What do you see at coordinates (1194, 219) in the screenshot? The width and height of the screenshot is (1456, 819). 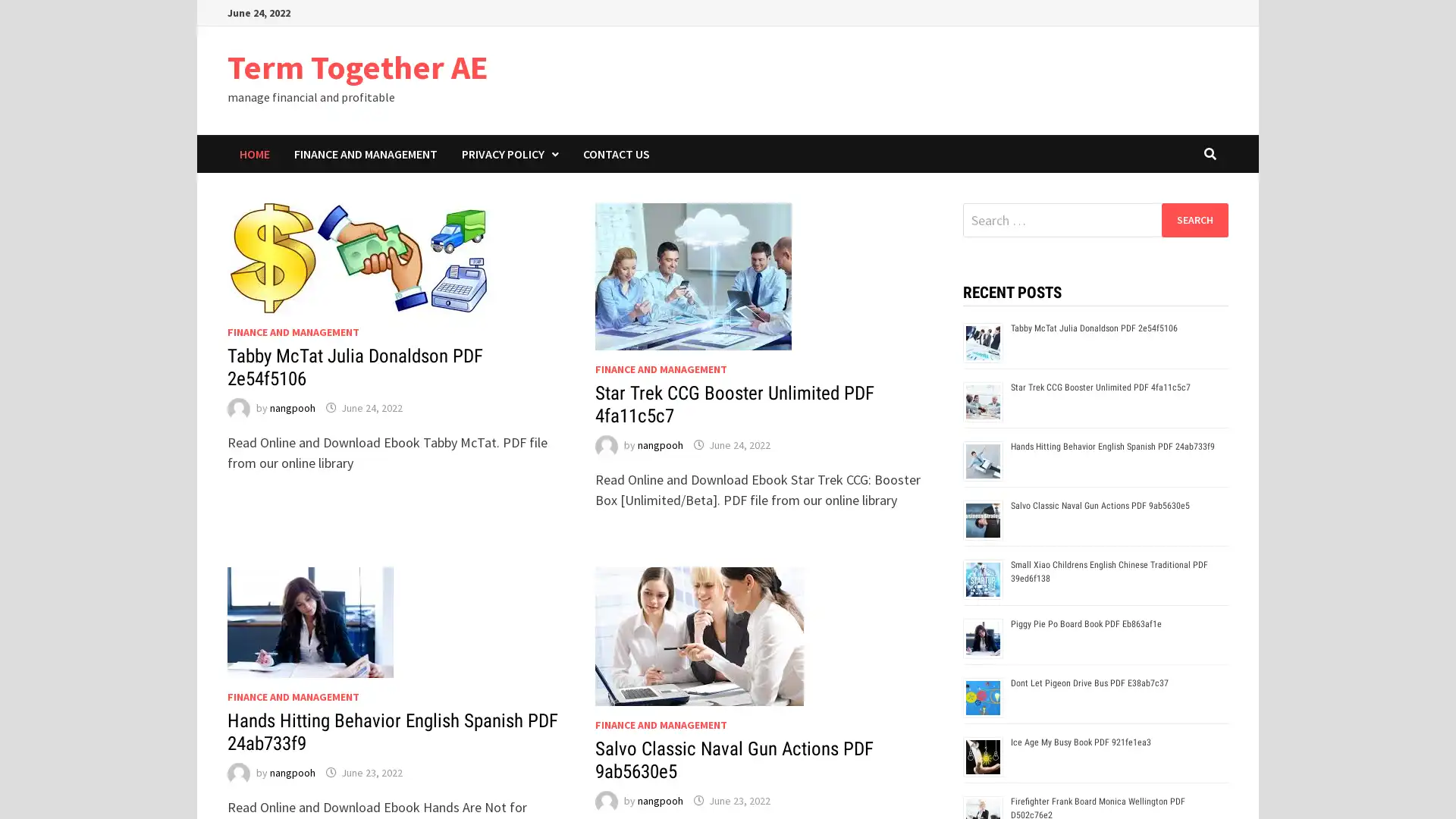 I see `Search` at bounding box center [1194, 219].